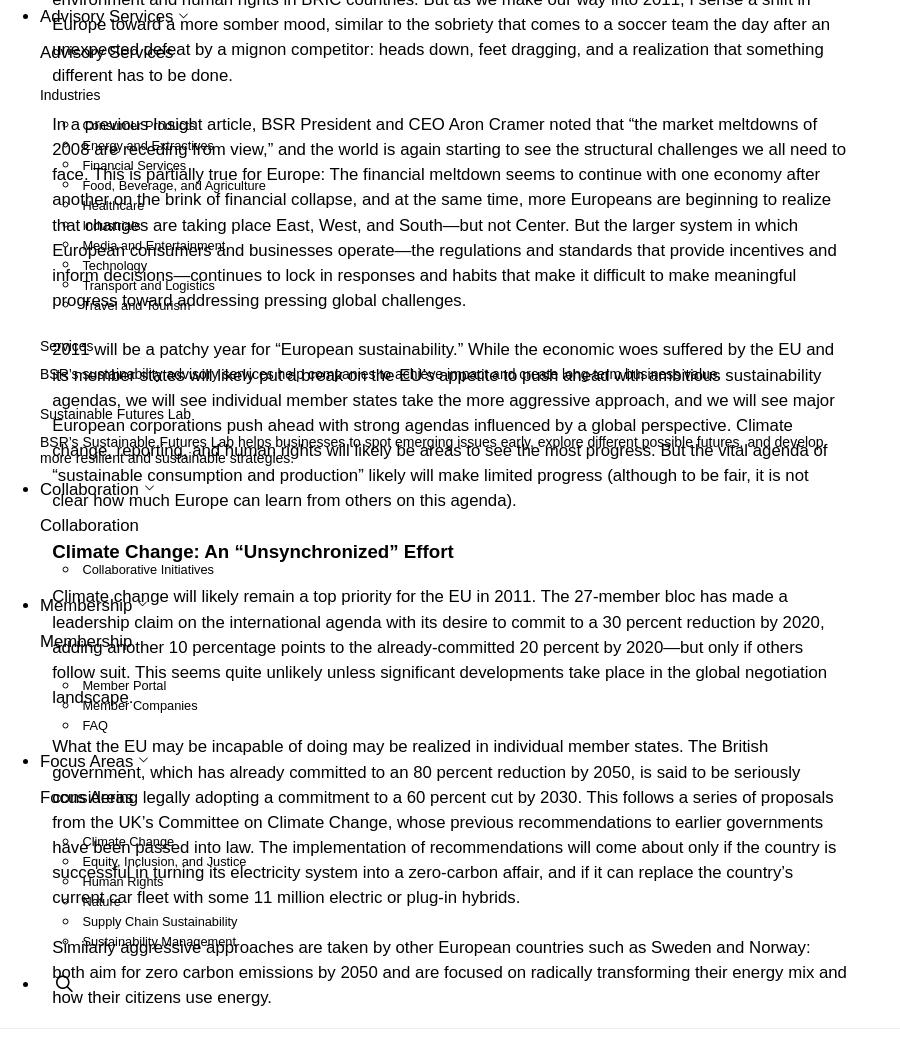  What do you see at coordinates (79, 598) in the screenshot?
I see `'Events'` at bounding box center [79, 598].